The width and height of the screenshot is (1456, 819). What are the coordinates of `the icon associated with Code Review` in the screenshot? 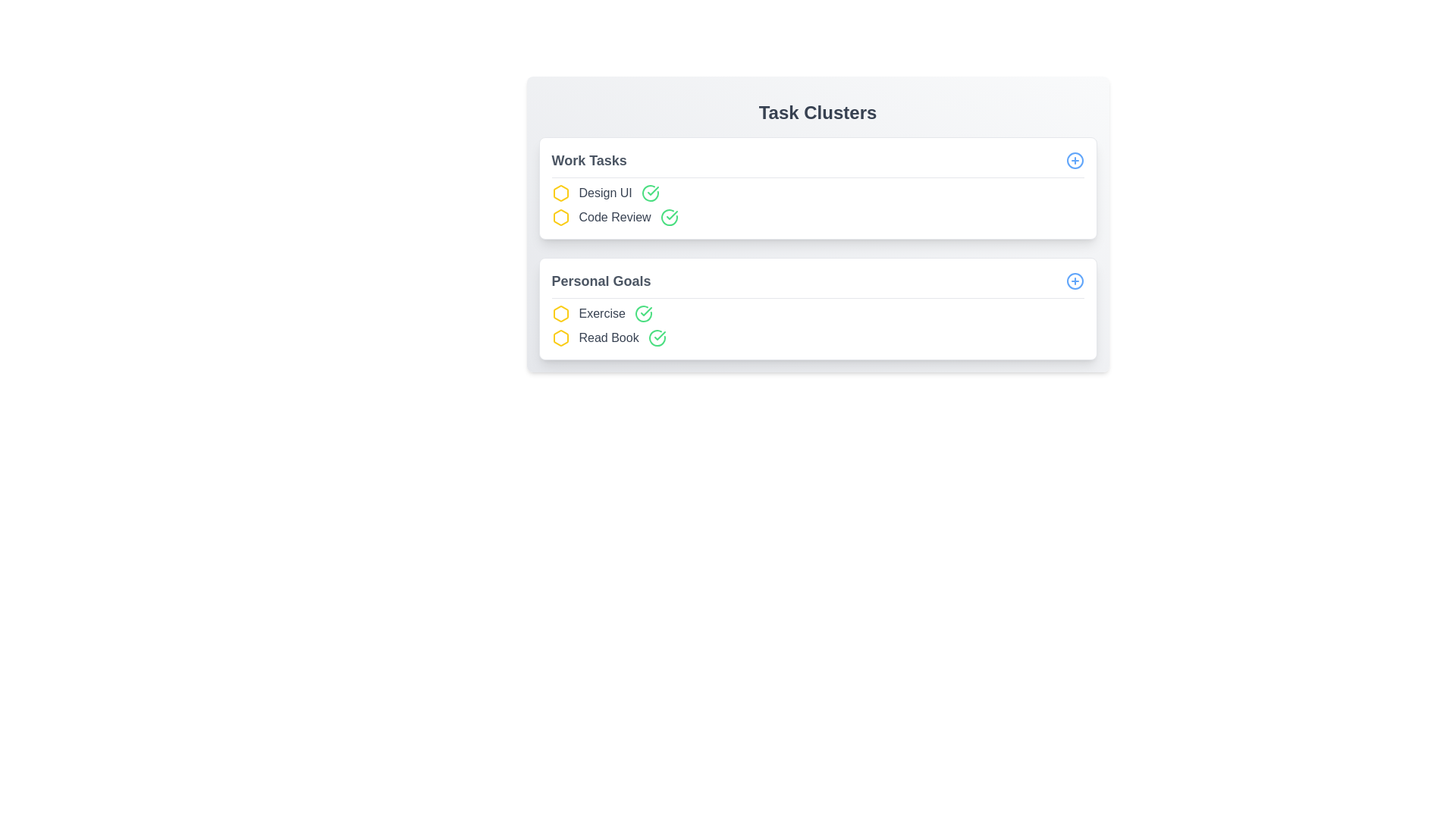 It's located at (560, 217).